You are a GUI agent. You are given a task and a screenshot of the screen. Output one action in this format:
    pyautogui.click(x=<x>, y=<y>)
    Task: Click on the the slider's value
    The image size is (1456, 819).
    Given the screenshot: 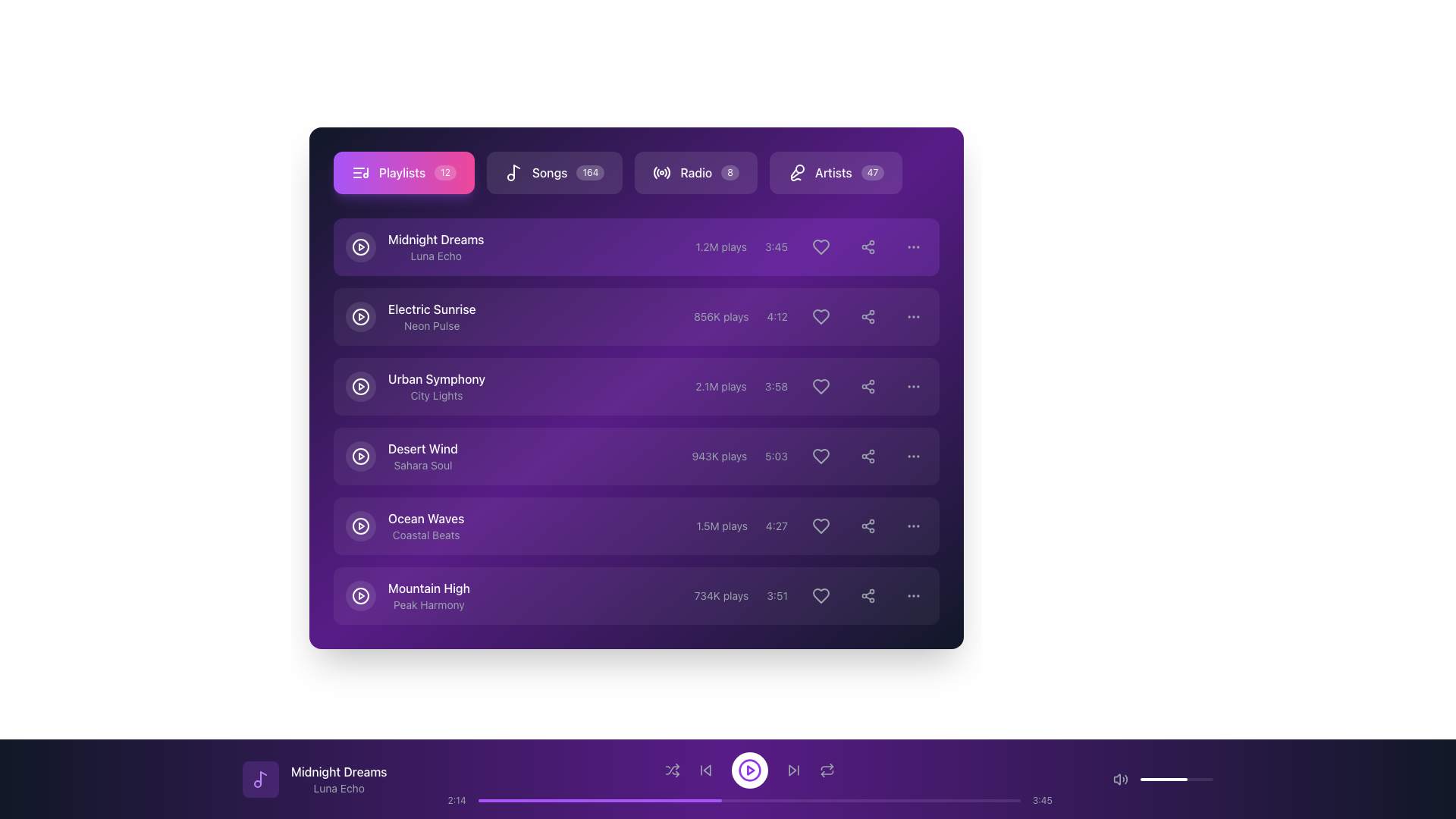 What is the action you would take?
    pyautogui.click(x=1177, y=780)
    